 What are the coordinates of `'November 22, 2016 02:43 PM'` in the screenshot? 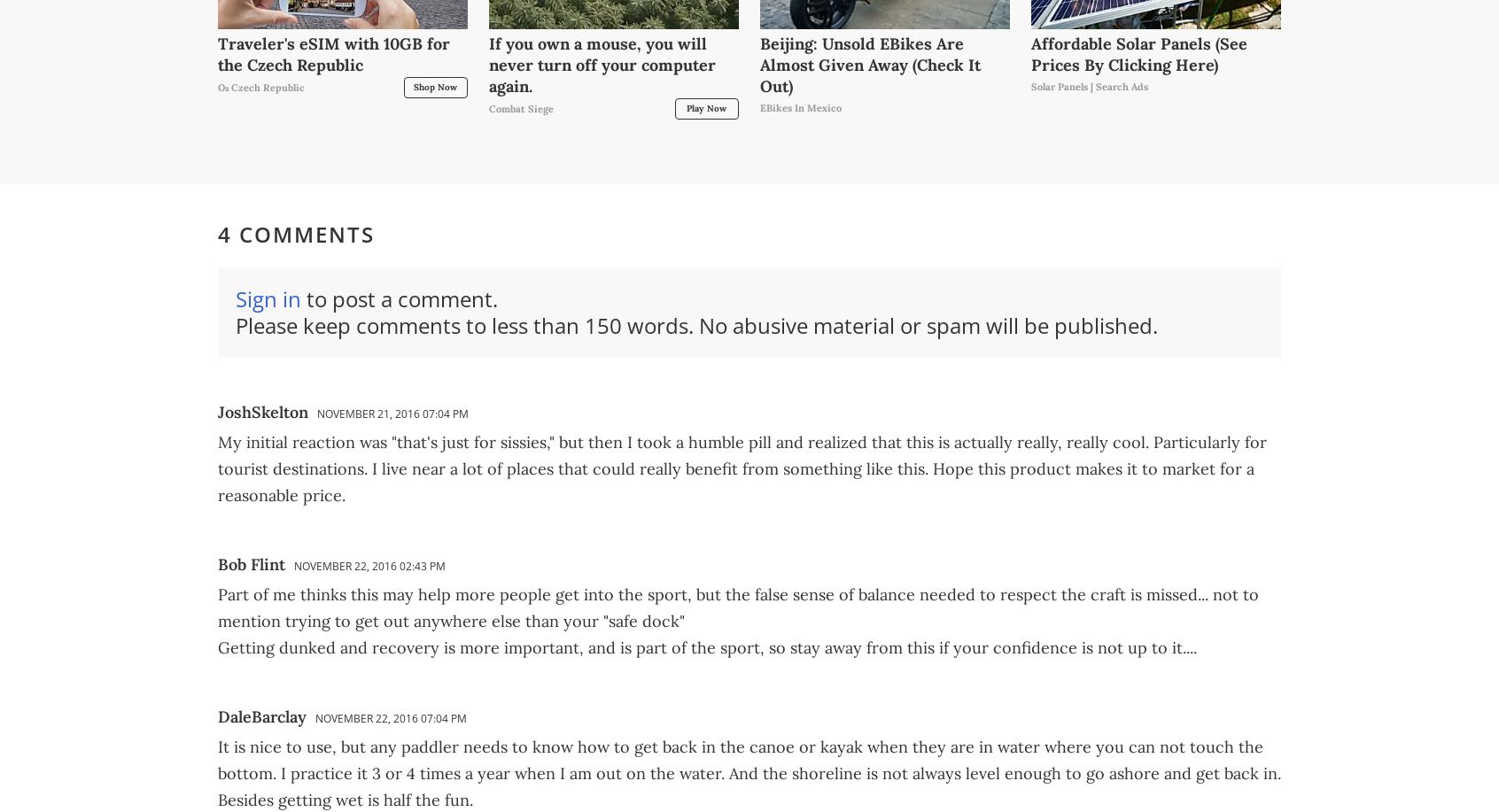 It's located at (292, 564).